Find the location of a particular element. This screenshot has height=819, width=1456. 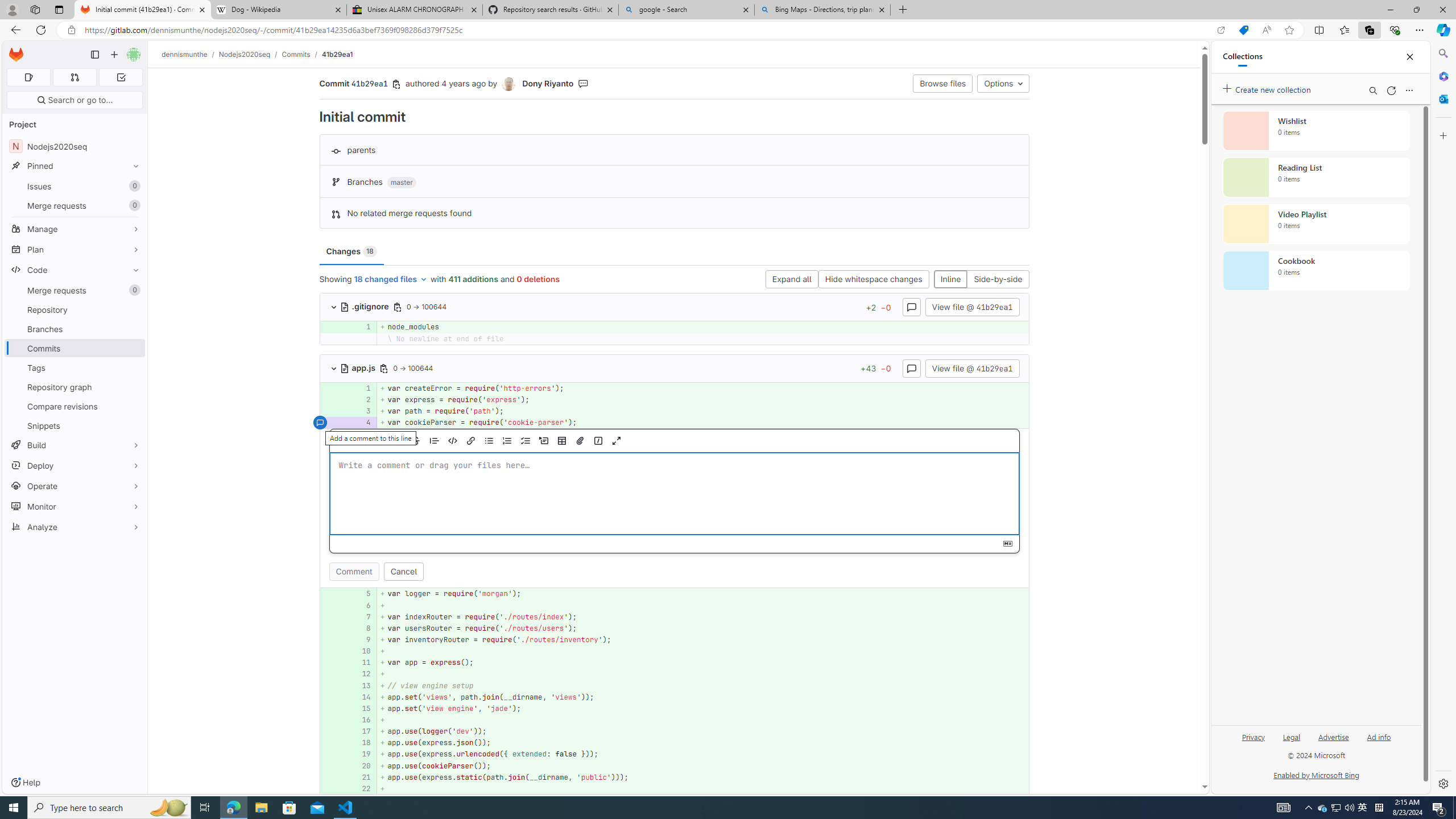

'AutomationID: 4a68969ef8e858229267b842dedf42ab5dde4d50_0_8' is located at coordinates (675, 627).